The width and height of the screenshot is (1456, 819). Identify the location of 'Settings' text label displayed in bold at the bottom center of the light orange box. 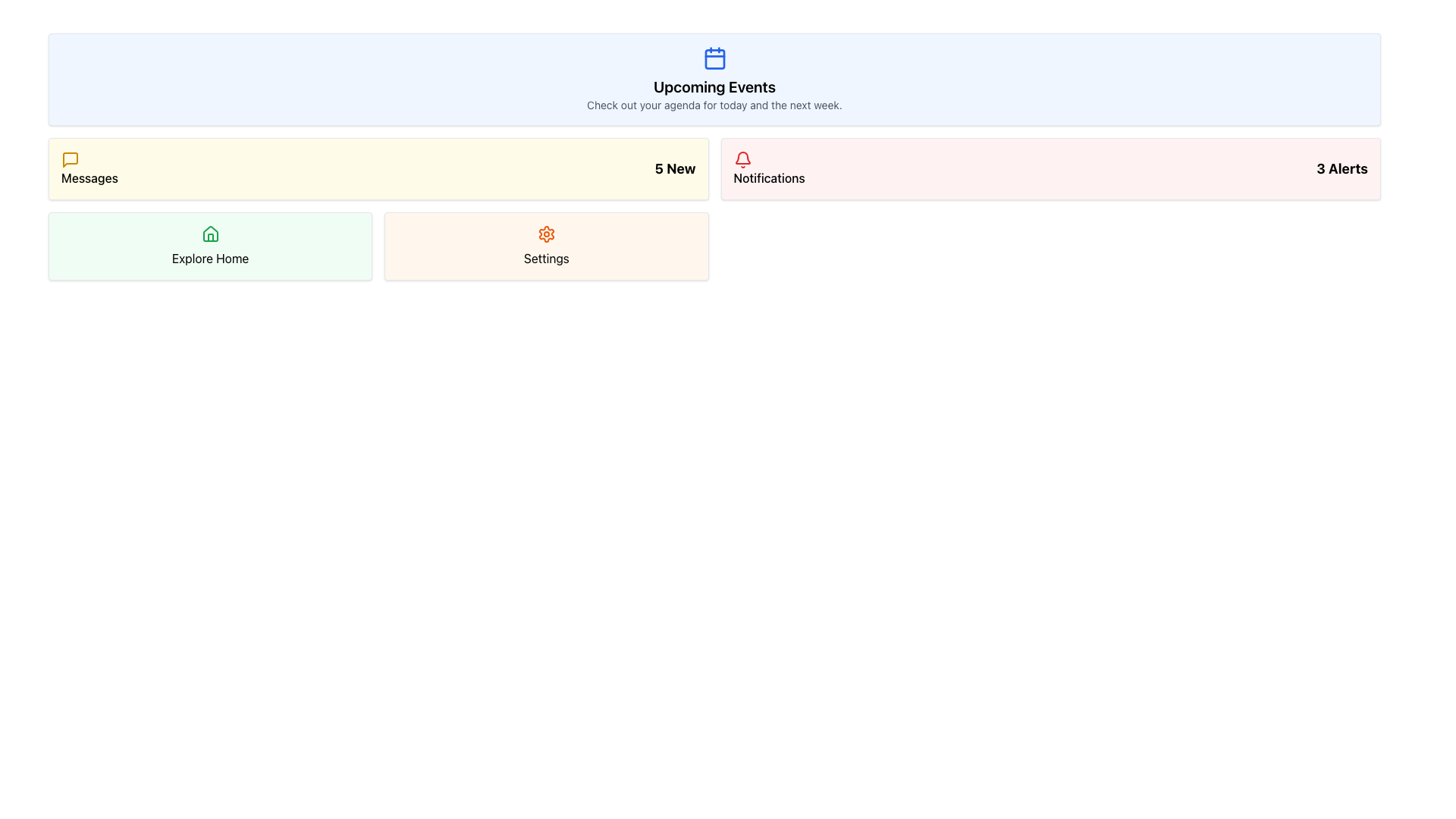
(546, 257).